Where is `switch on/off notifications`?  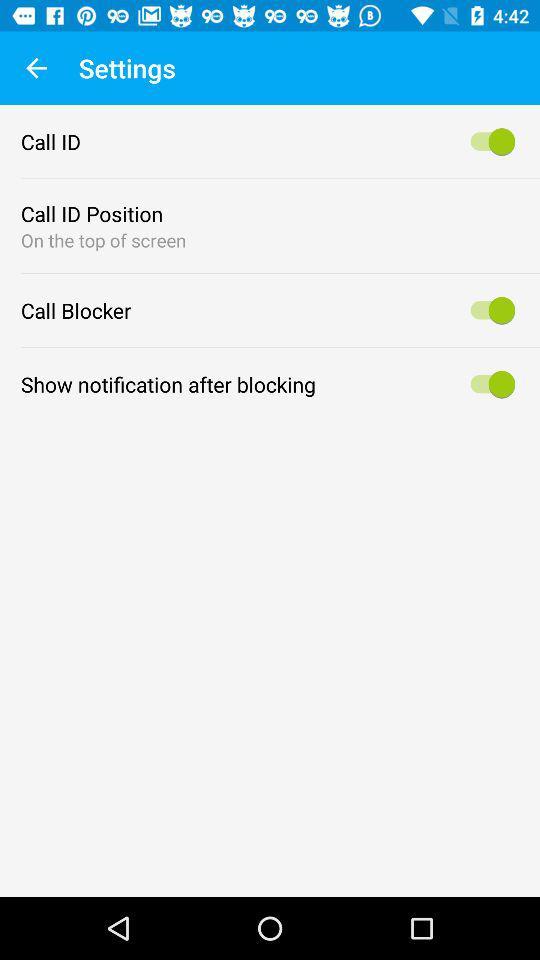
switch on/off notifications is located at coordinates (488, 383).